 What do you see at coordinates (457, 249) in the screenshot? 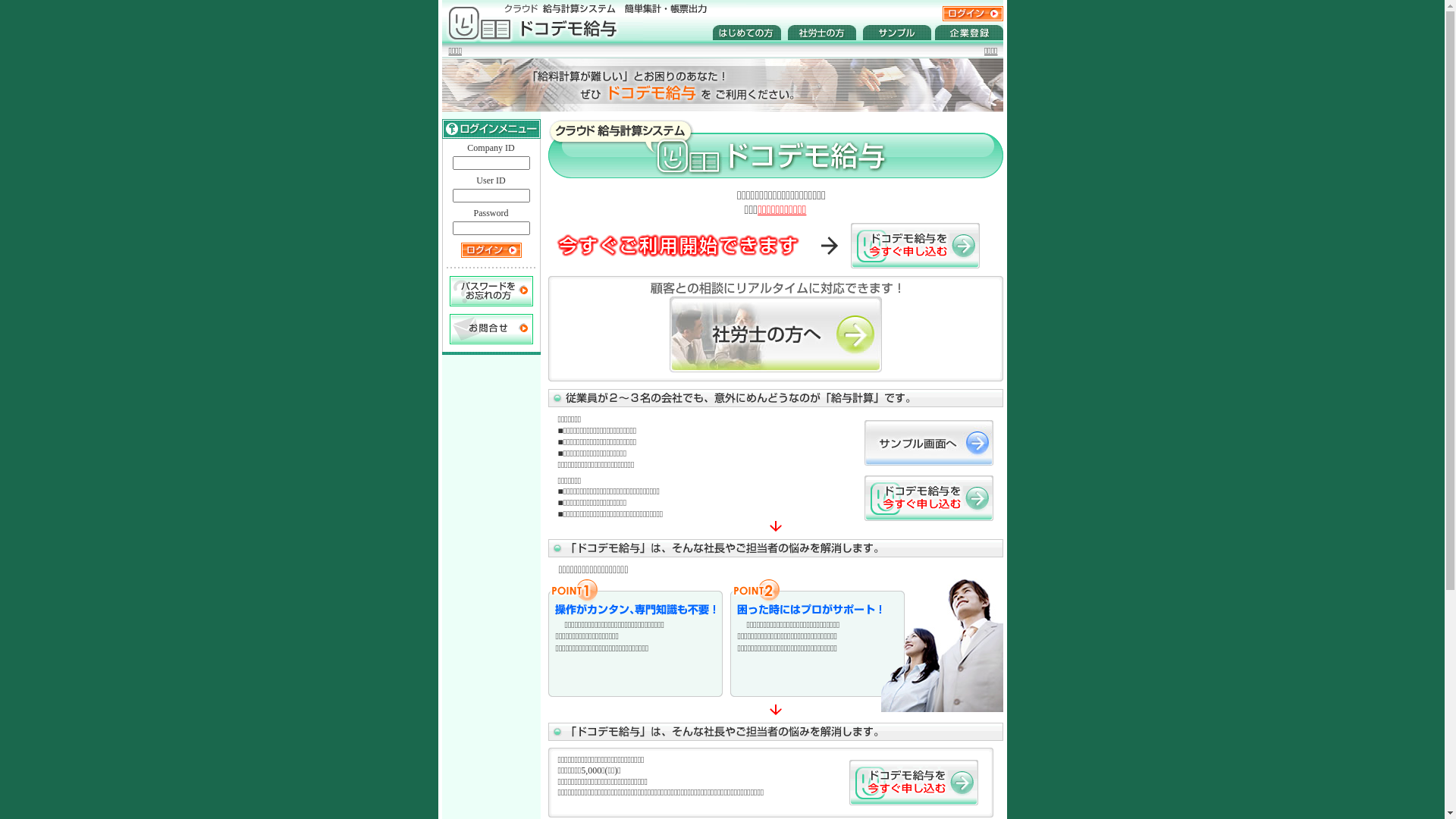
I see `'  LOGIN  '` at bounding box center [457, 249].